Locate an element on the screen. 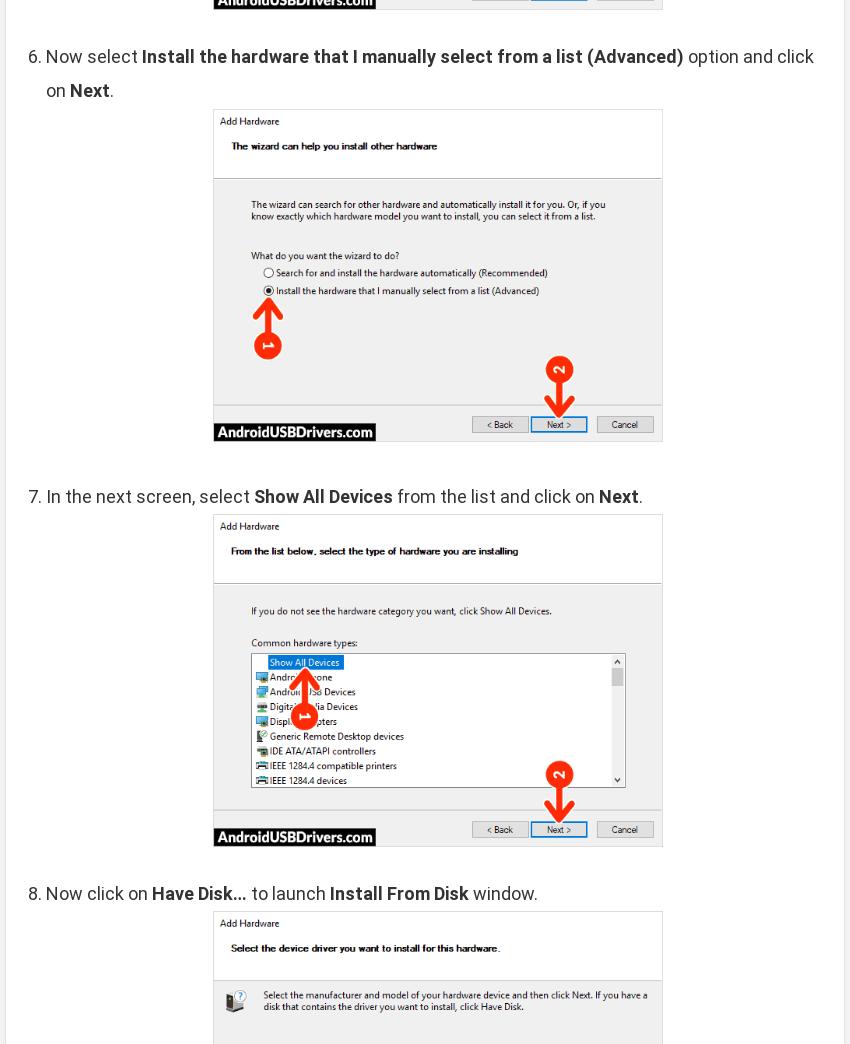 Image resolution: width=850 pixels, height=1044 pixels. 'Install From Disk' is located at coordinates (399, 893).